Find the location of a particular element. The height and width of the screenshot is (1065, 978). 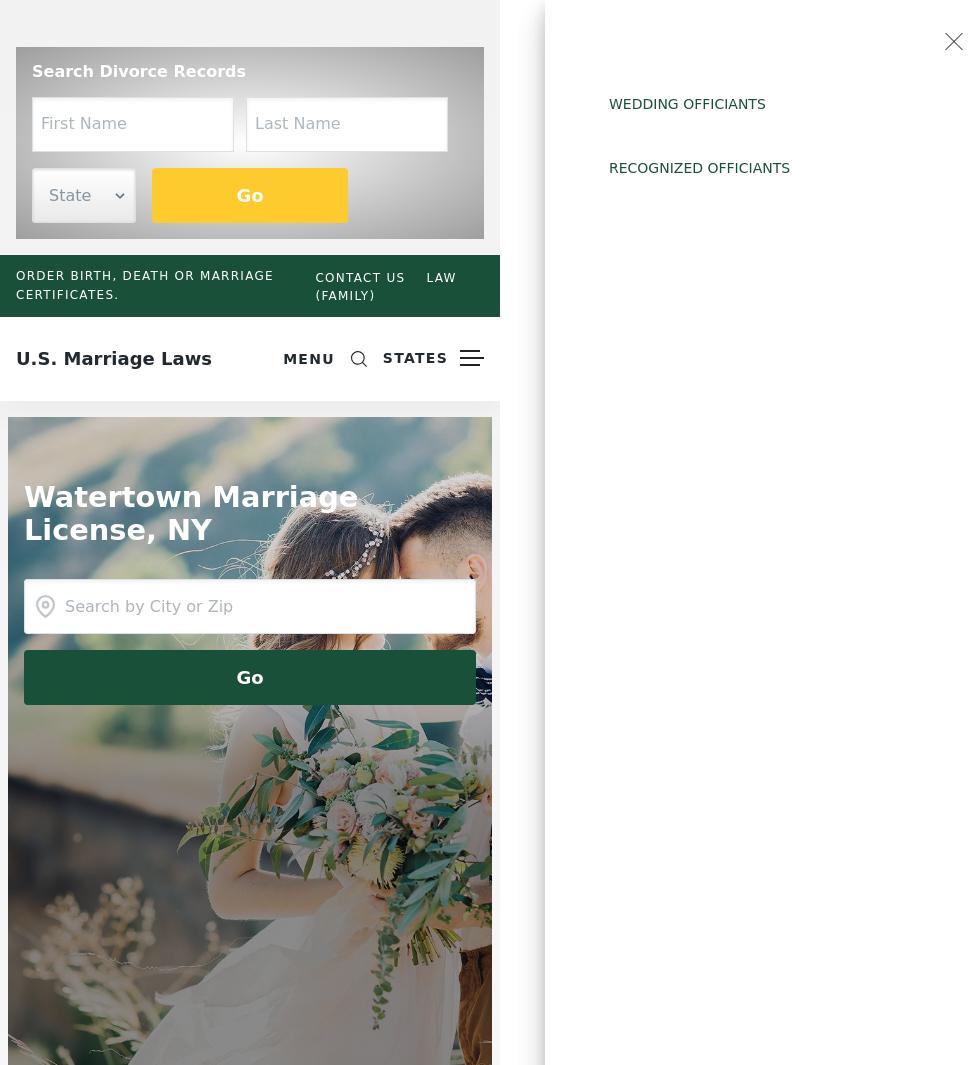

'Order birth, death or marriage certificates.' is located at coordinates (144, 283).